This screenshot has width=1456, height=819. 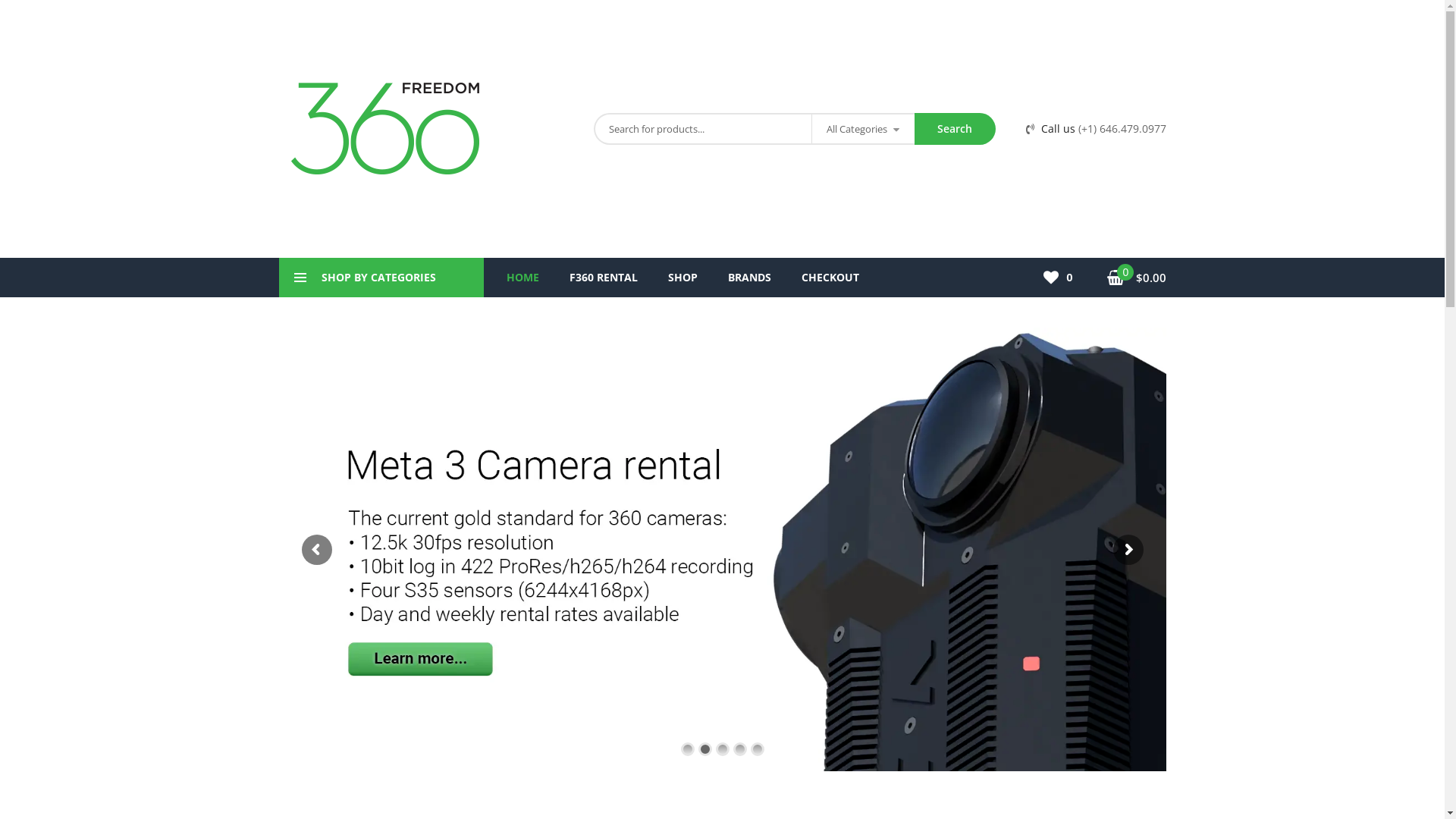 What do you see at coordinates (381, 278) in the screenshot?
I see `'SHOP BY CATEGORIES'` at bounding box center [381, 278].